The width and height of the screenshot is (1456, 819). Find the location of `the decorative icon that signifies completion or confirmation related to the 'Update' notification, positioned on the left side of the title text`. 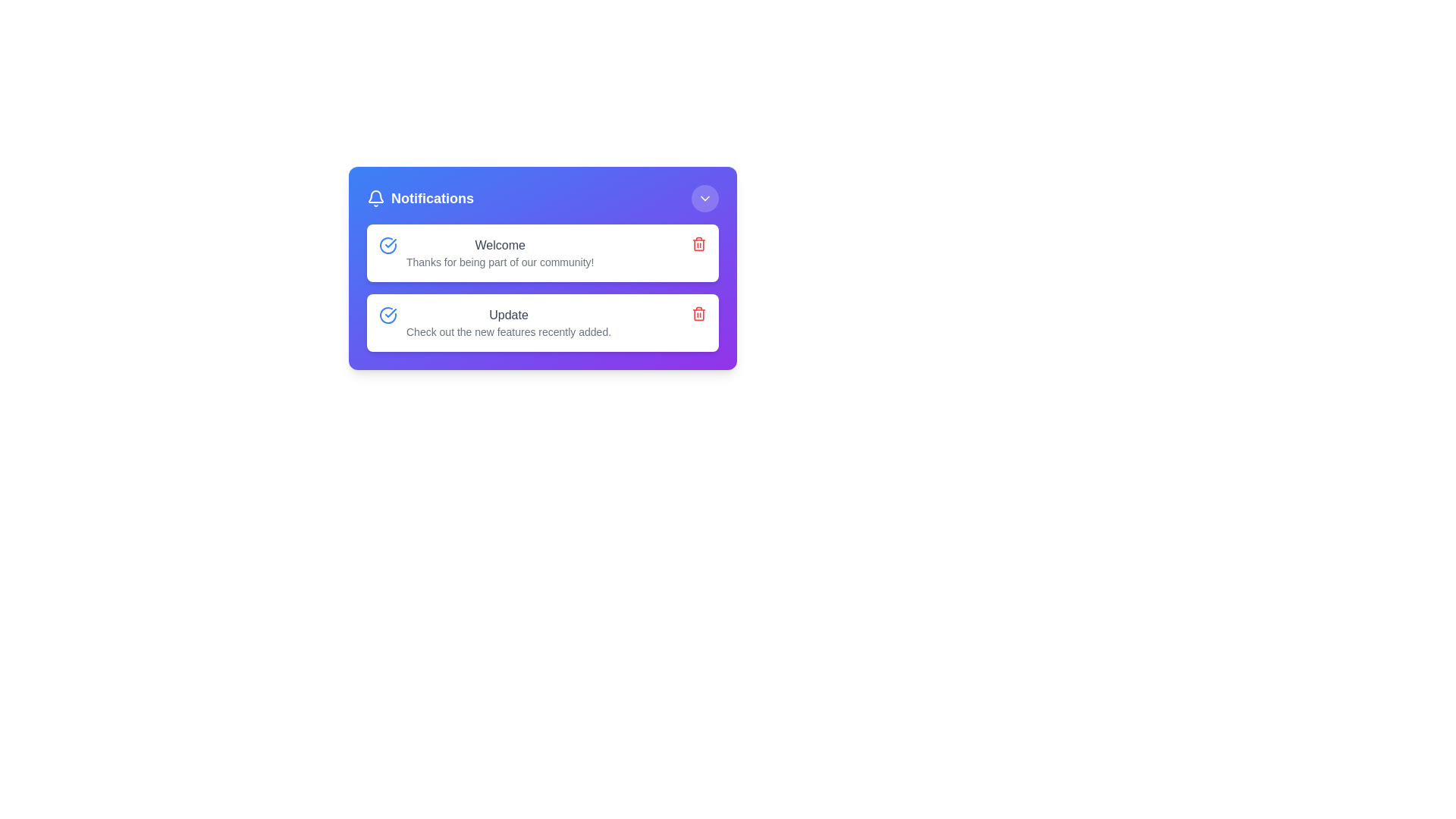

the decorative icon that signifies completion or confirmation related to the 'Update' notification, positioned on the left side of the title text is located at coordinates (388, 315).